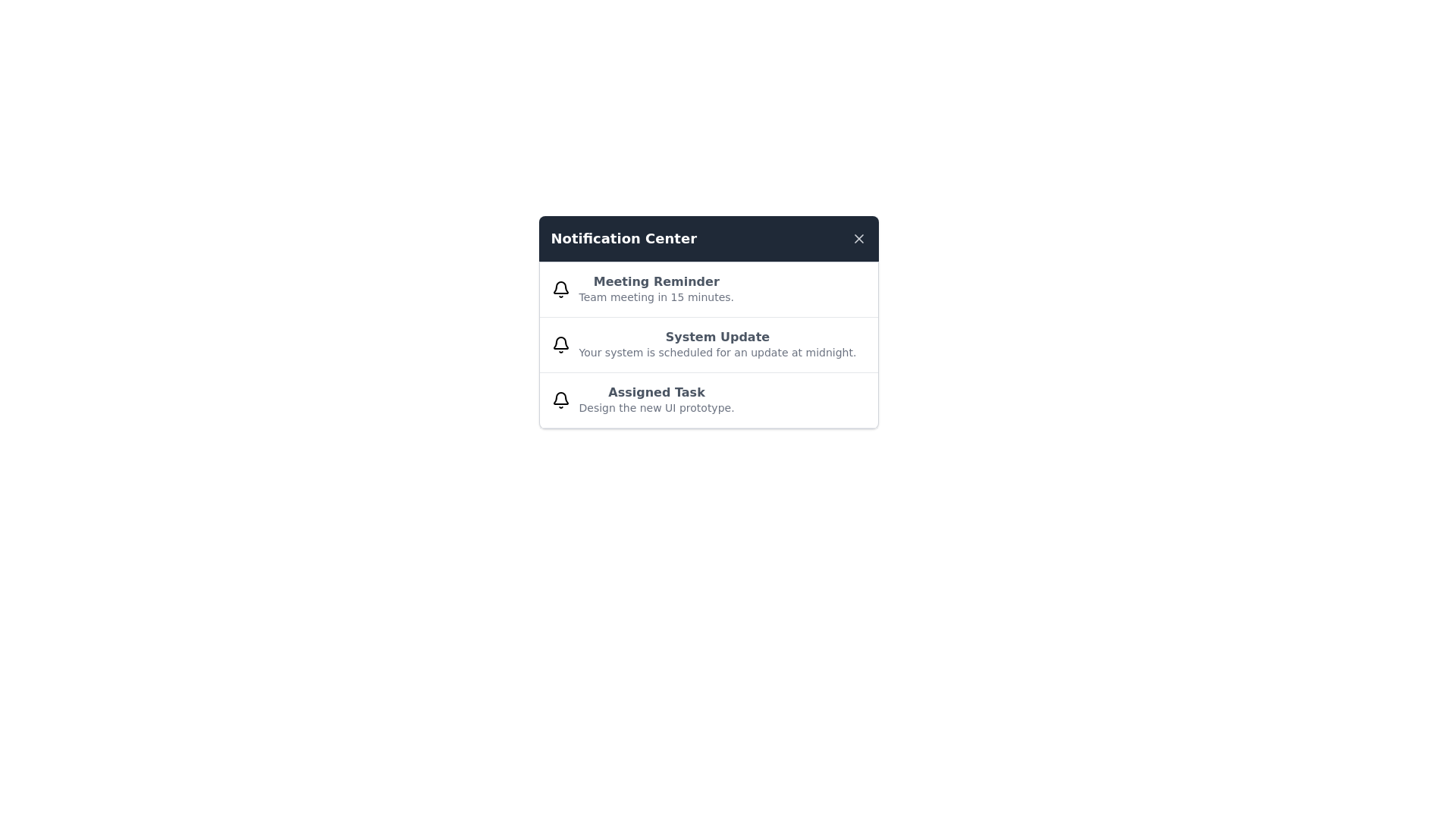 This screenshot has height=819, width=1456. Describe the element at coordinates (708, 345) in the screenshot. I see `the second notification item in the vertical notification list that provides information about a scheduled system update` at that location.